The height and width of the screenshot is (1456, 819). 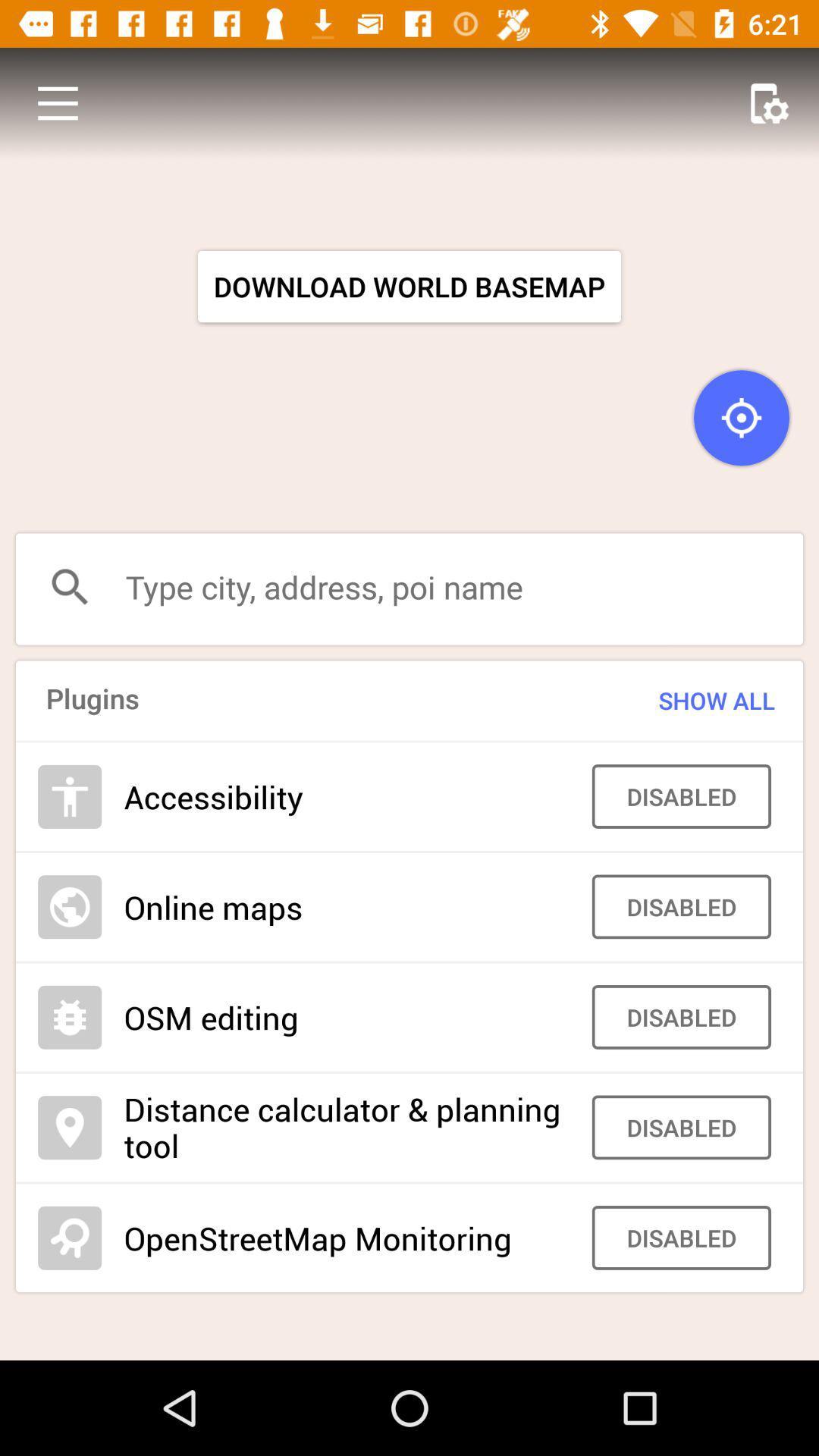 What do you see at coordinates (741, 418) in the screenshot?
I see `the icon above the type city address` at bounding box center [741, 418].